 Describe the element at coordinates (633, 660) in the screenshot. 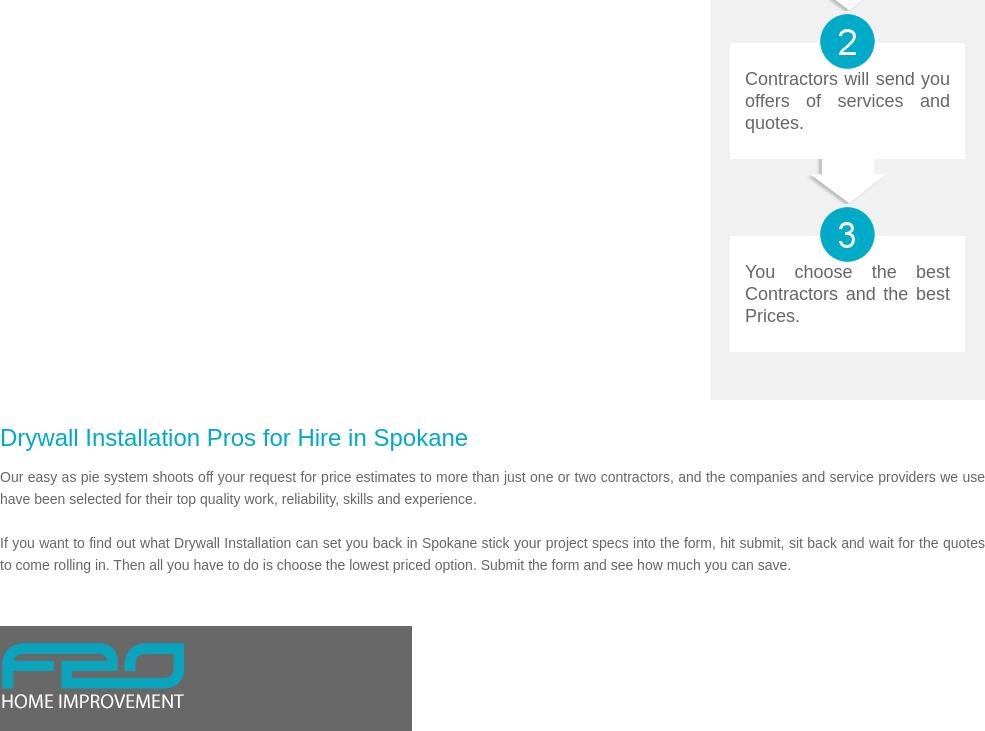

I see `'About'` at that location.